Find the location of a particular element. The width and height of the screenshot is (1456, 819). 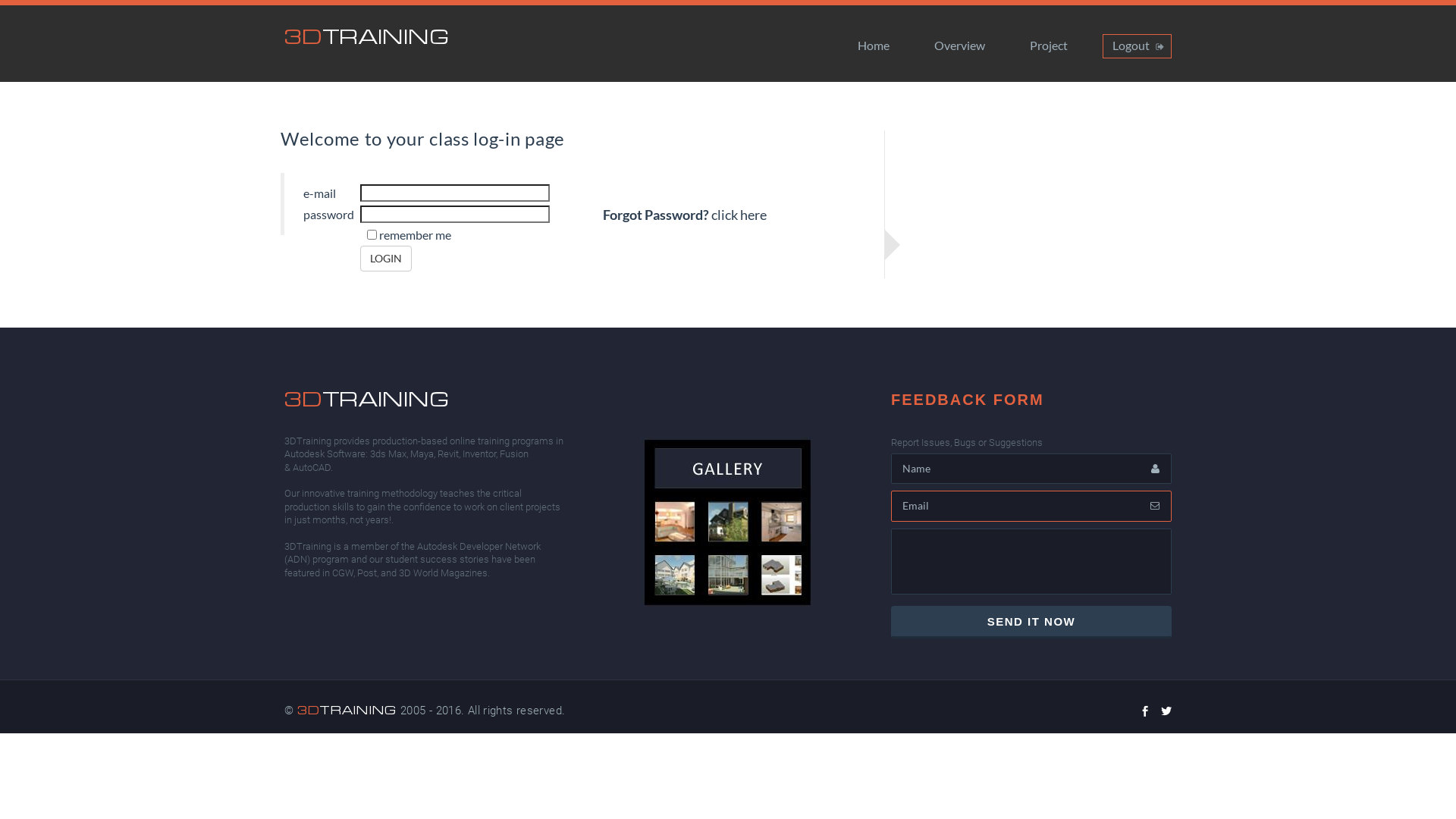

'3DTRAINING' is located at coordinates (366, 35).